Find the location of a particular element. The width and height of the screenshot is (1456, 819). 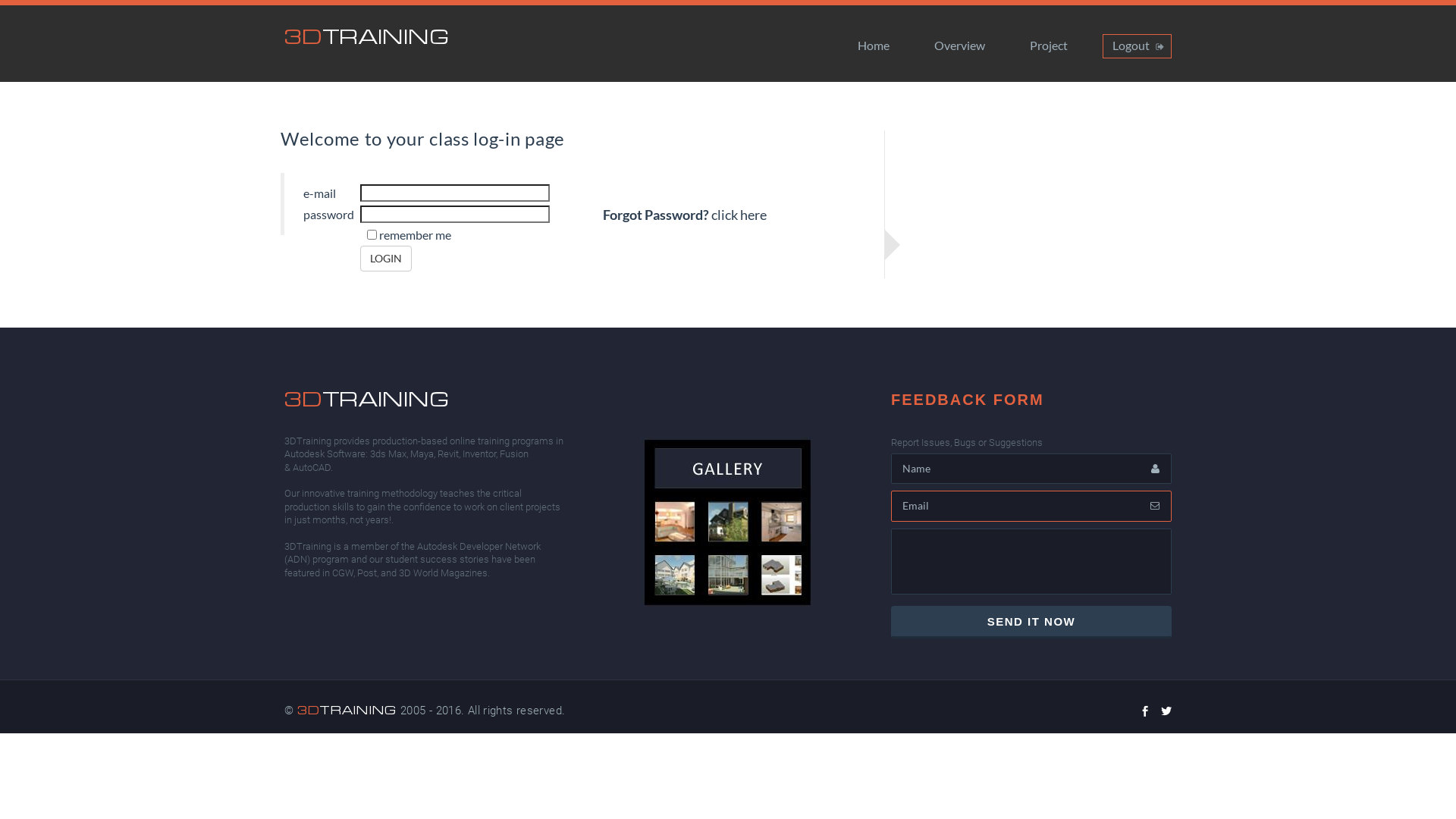

'3DTRAINING' is located at coordinates (366, 35).